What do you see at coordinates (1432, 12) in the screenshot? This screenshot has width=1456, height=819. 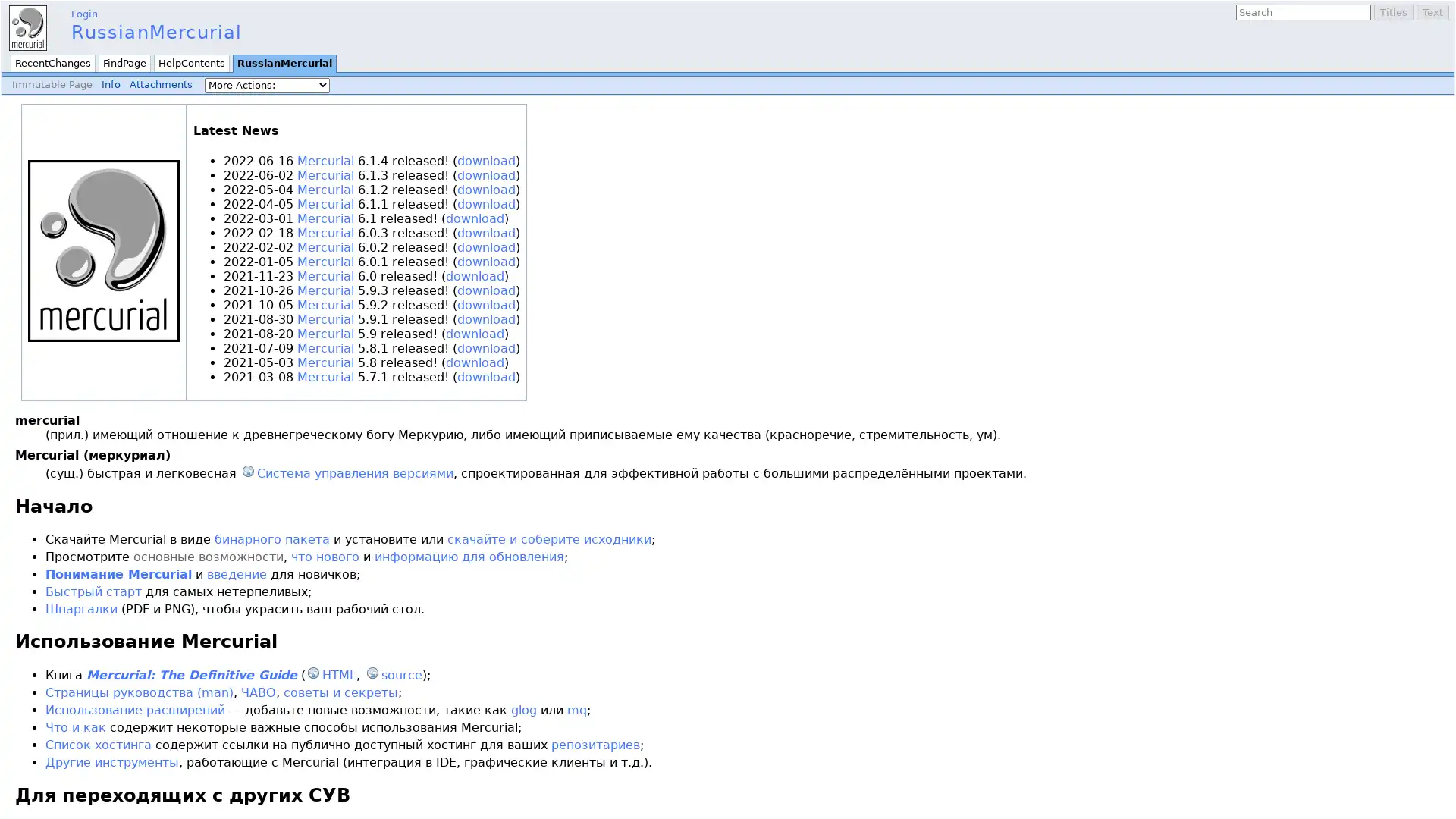 I see `Text` at bounding box center [1432, 12].